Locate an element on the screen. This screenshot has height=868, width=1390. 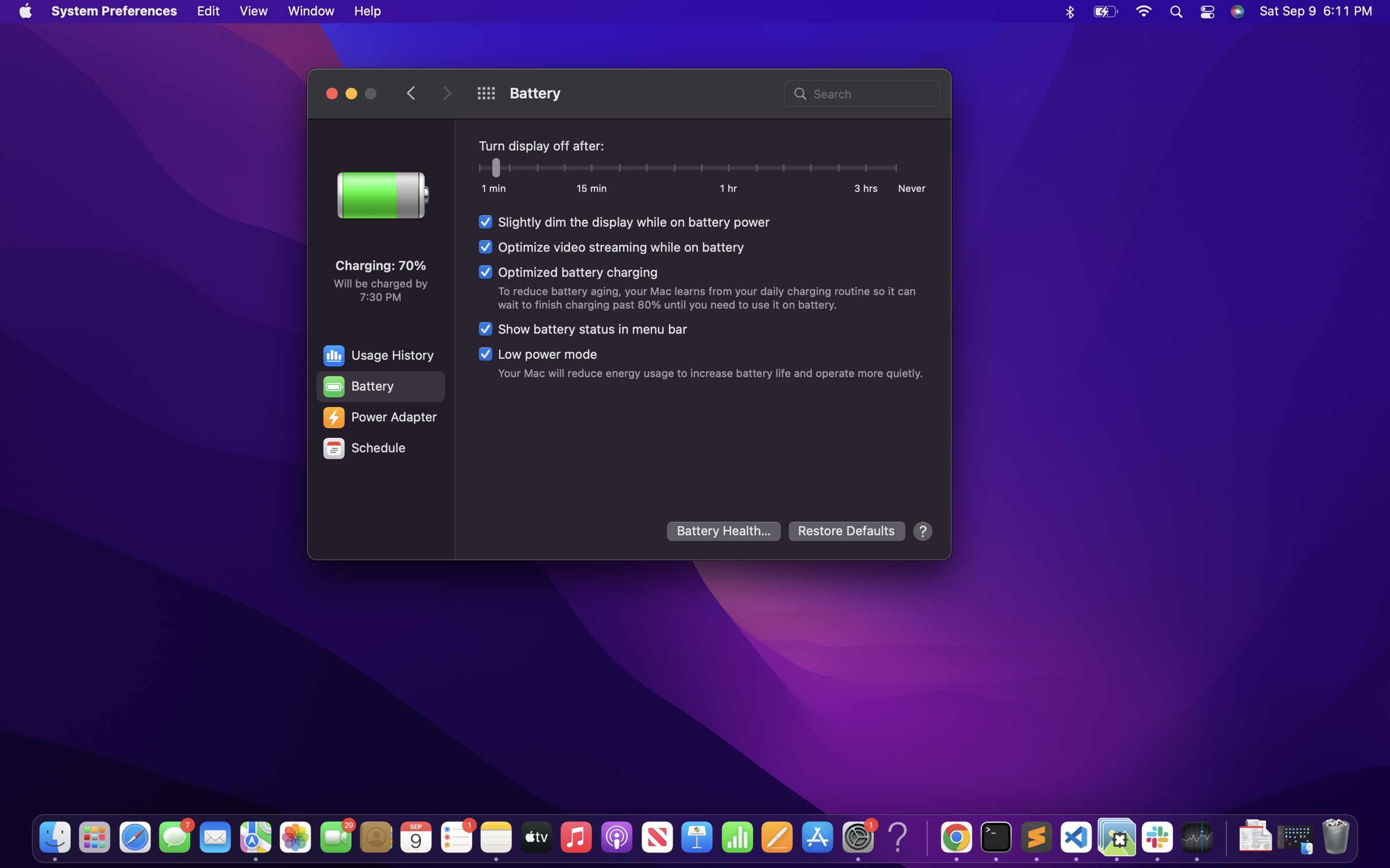
the scheduling option for your Mac"s boot time is located at coordinates (379, 448).